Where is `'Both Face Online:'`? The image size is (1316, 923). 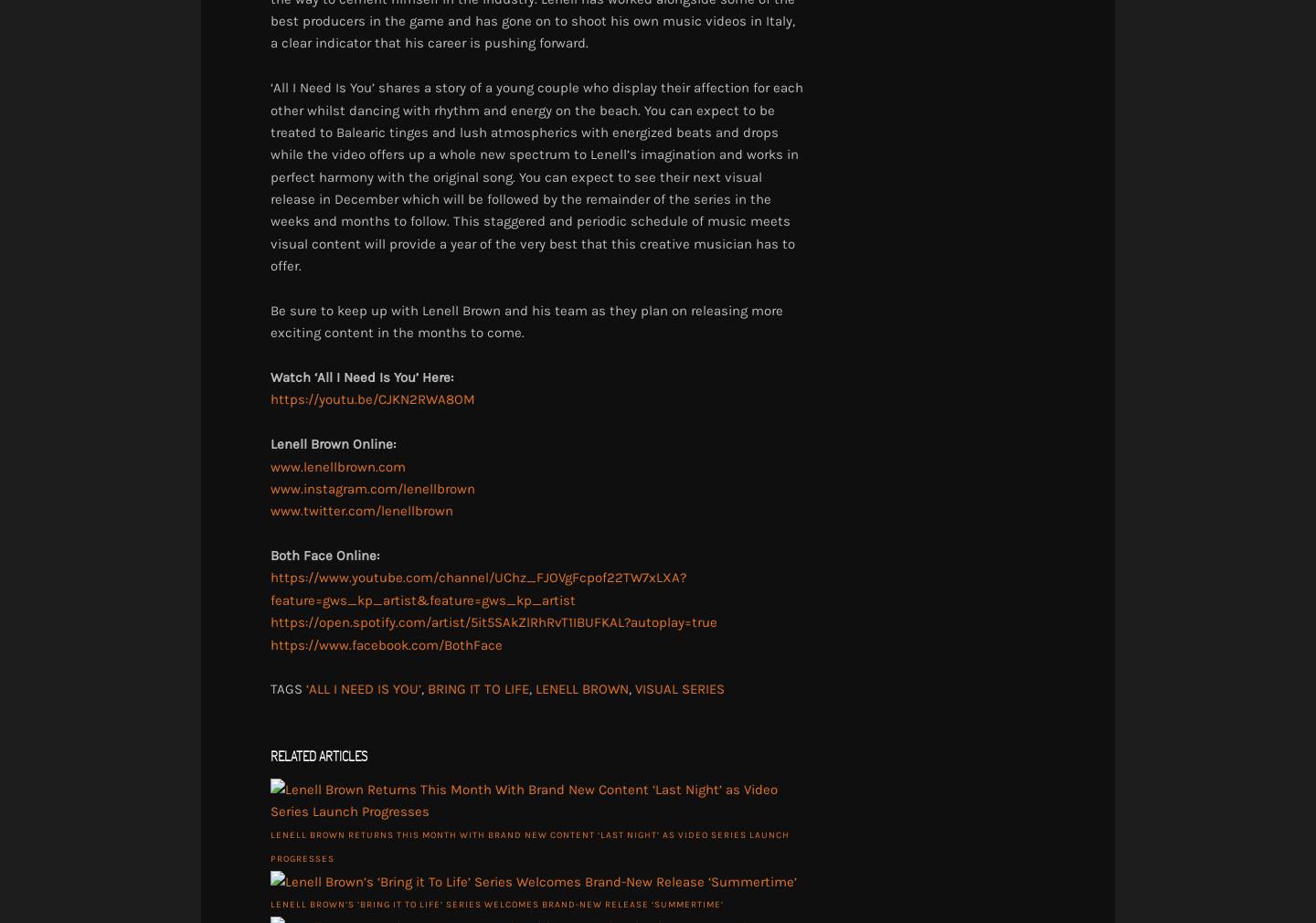
'Both Face Online:' is located at coordinates (324, 555).